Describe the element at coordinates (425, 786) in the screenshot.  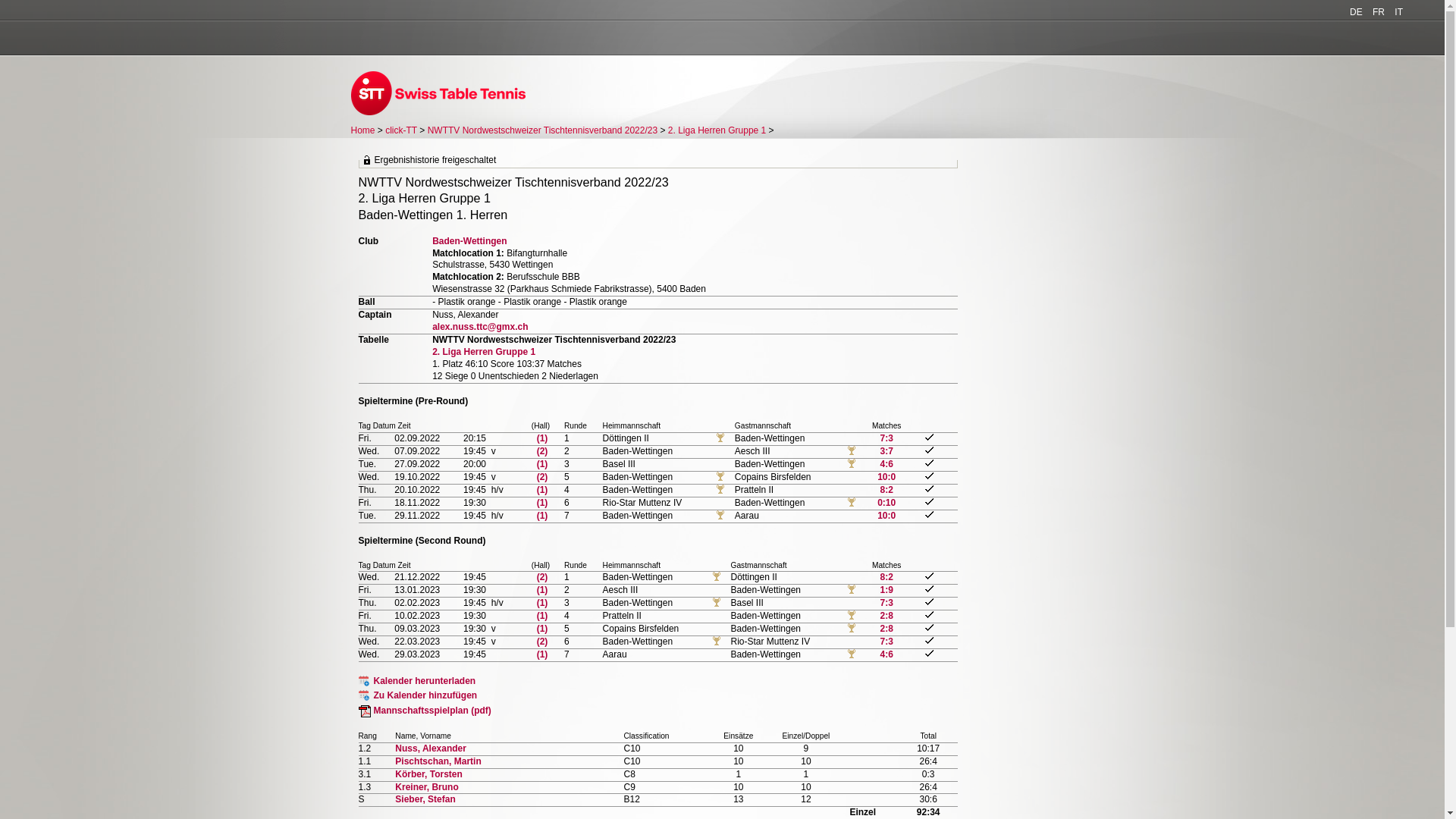
I see `'Kreiner, Bruno'` at that location.